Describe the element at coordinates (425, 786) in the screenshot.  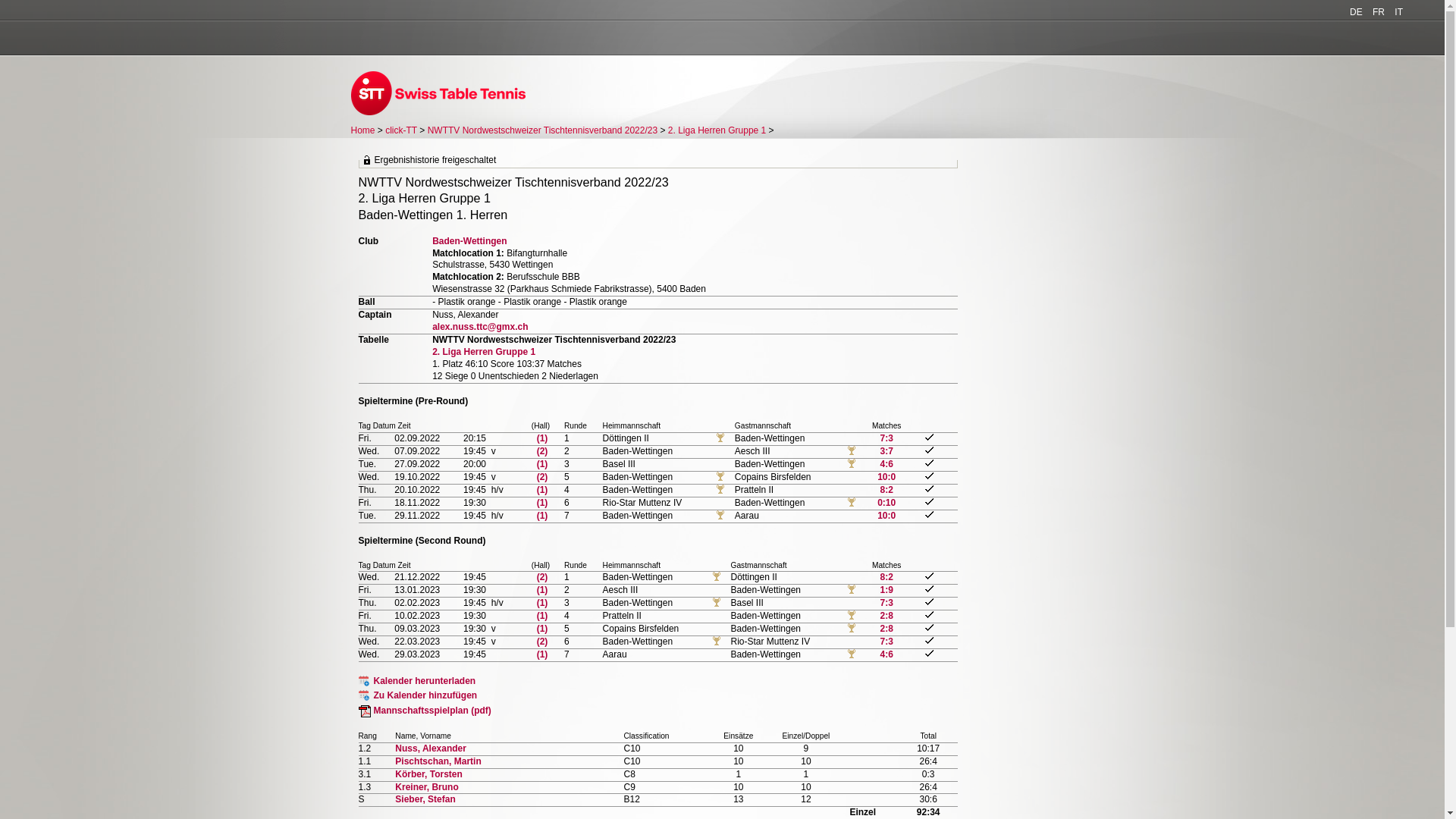
I see `'Kreiner, Bruno'` at that location.